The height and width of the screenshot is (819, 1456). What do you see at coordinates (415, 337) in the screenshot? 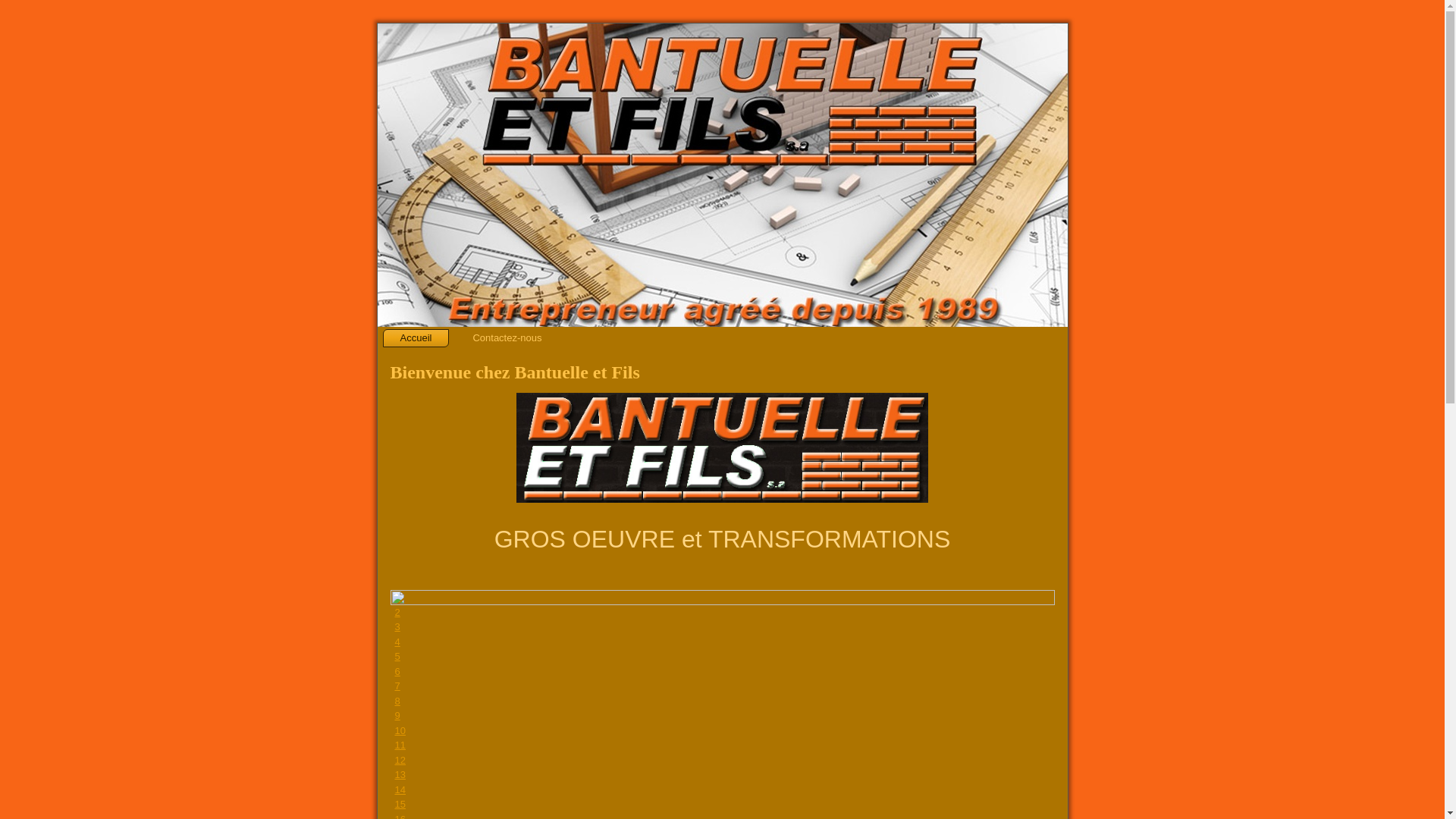
I see `'Accueil'` at bounding box center [415, 337].